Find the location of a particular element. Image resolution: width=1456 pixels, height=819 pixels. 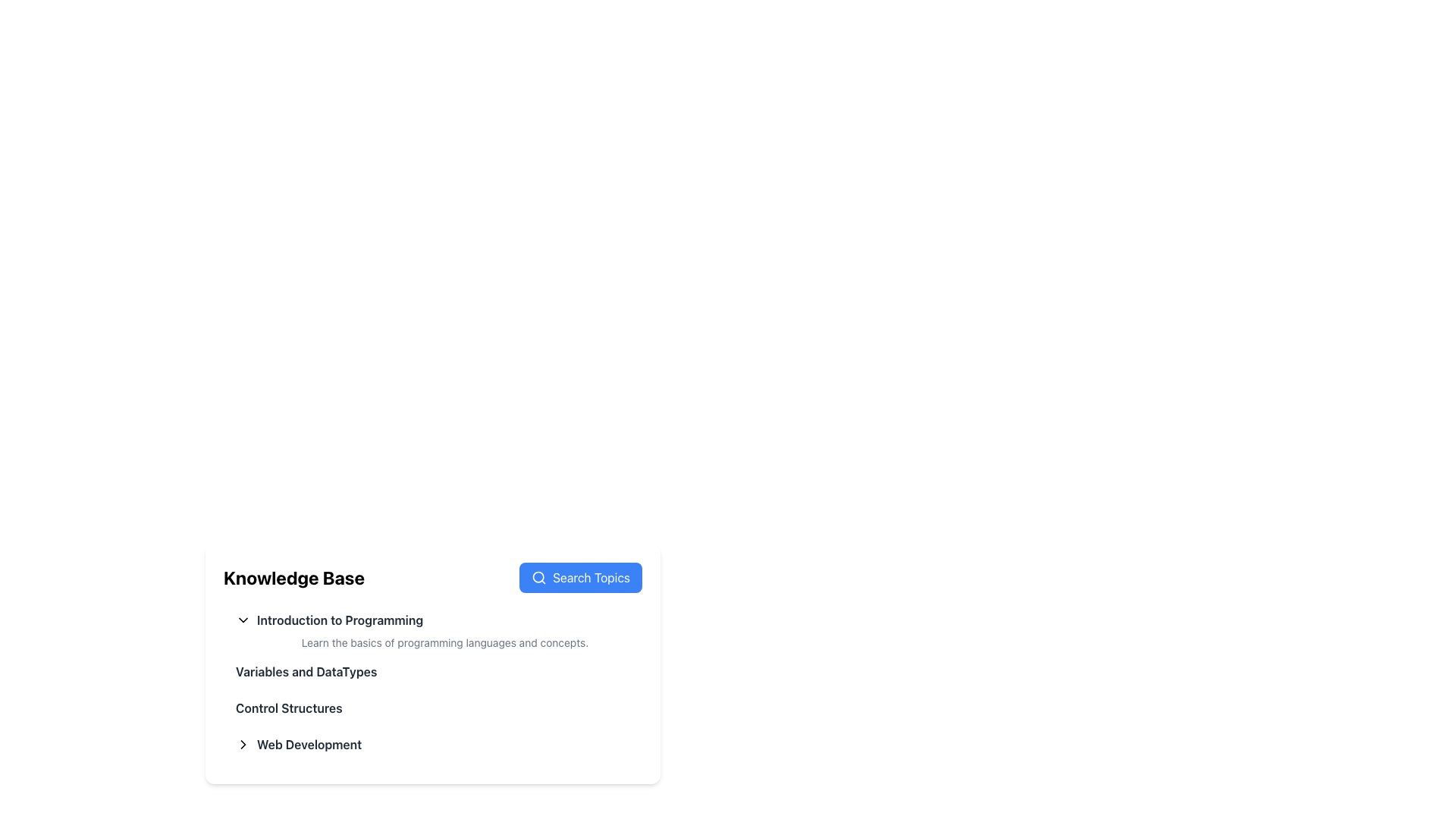

the chevron down icon is located at coordinates (243, 620).